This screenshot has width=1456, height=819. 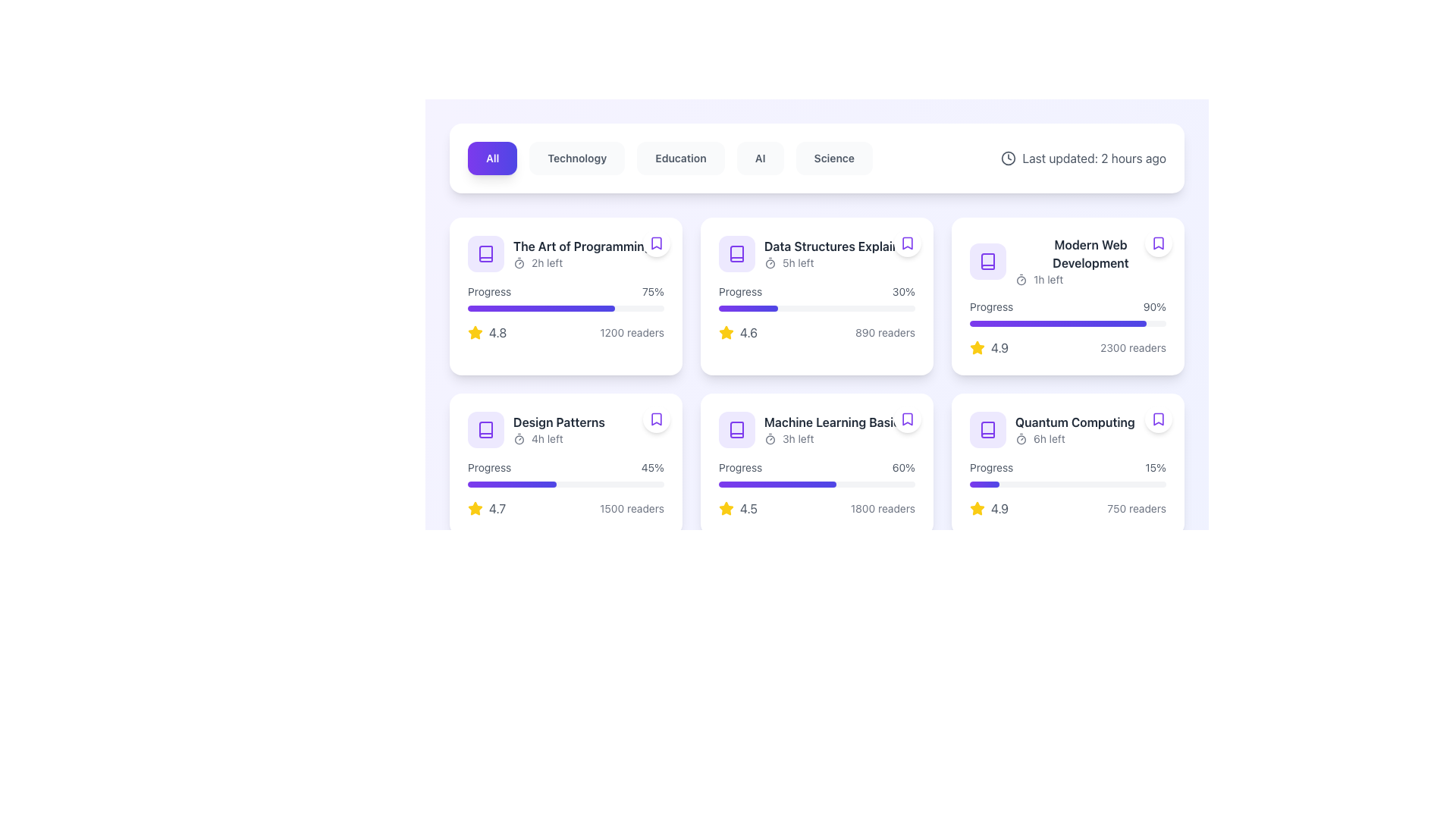 What do you see at coordinates (987, 260) in the screenshot?
I see `decorative icon located at the top-left of the 'Modern Web Development' card in the second row and third column of the grid` at bounding box center [987, 260].